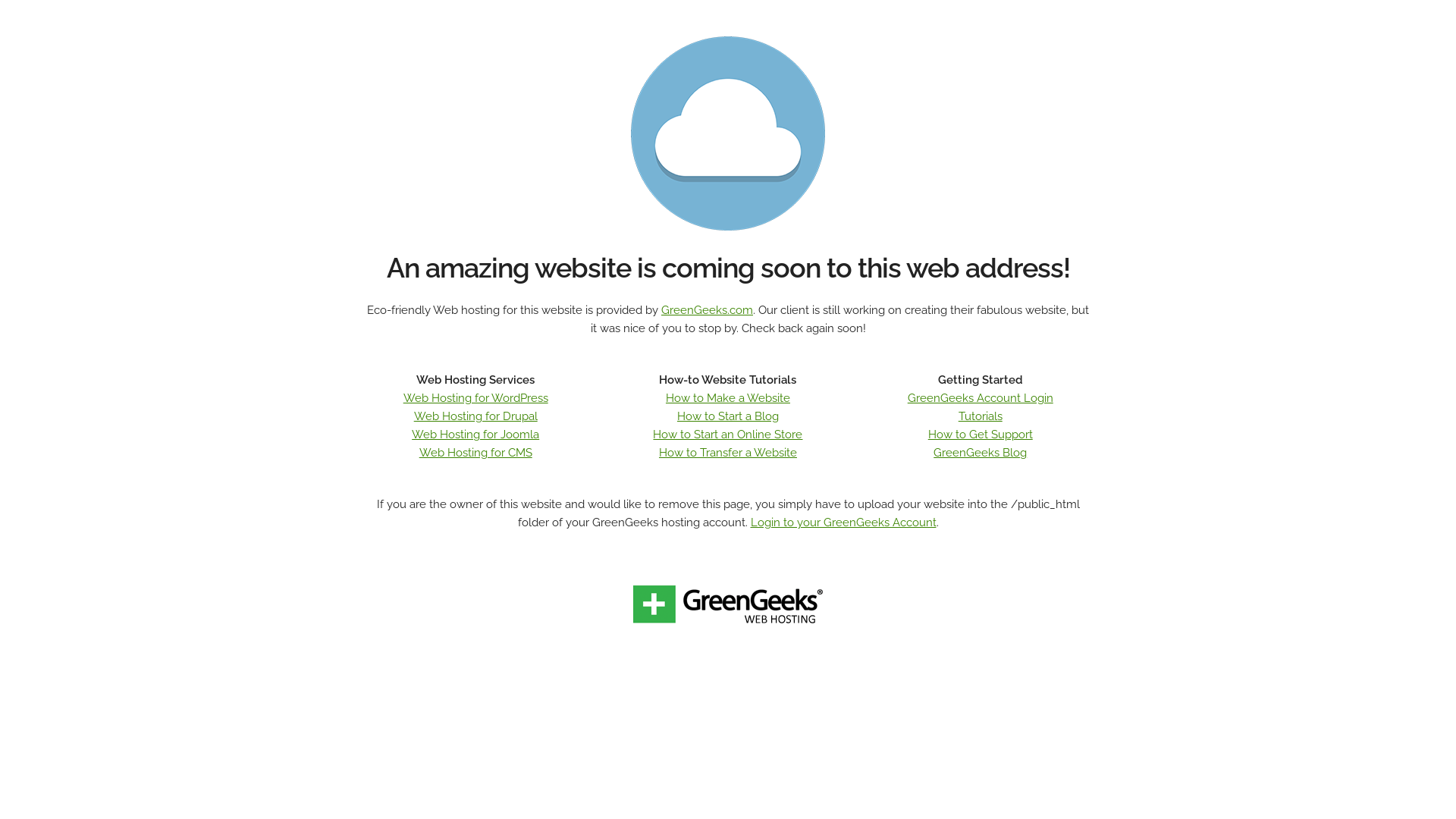  Describe the element at coordinates (726, 435) in the screenshot. I see `'How to Start an Online Store'` at that location.